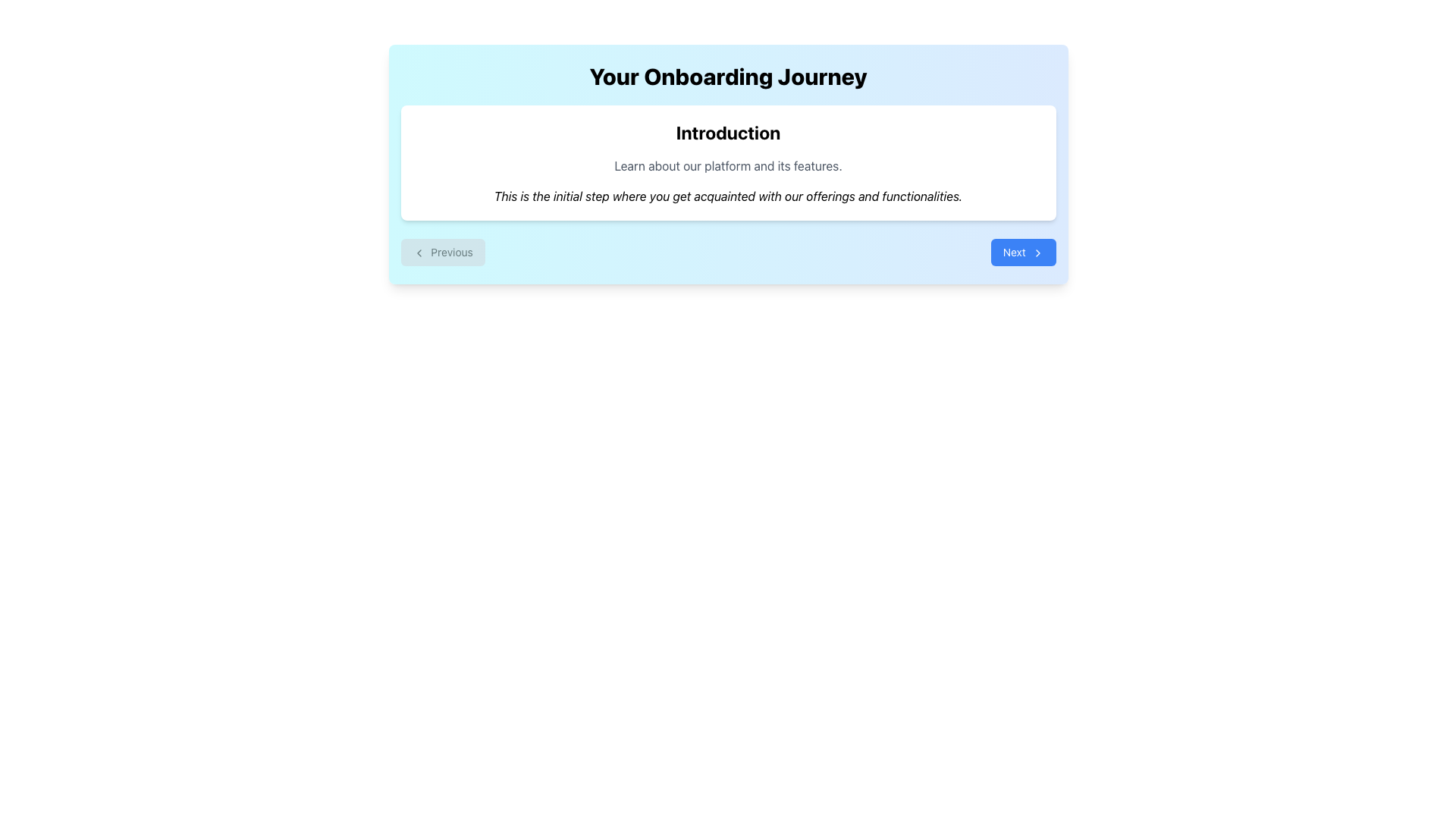 Image resolution: width=1456 pixels, height=819 pixels. I want to click on header text located at the top of the onboarding section, which serves as the title summarizing the section's content, so click(728, 76).